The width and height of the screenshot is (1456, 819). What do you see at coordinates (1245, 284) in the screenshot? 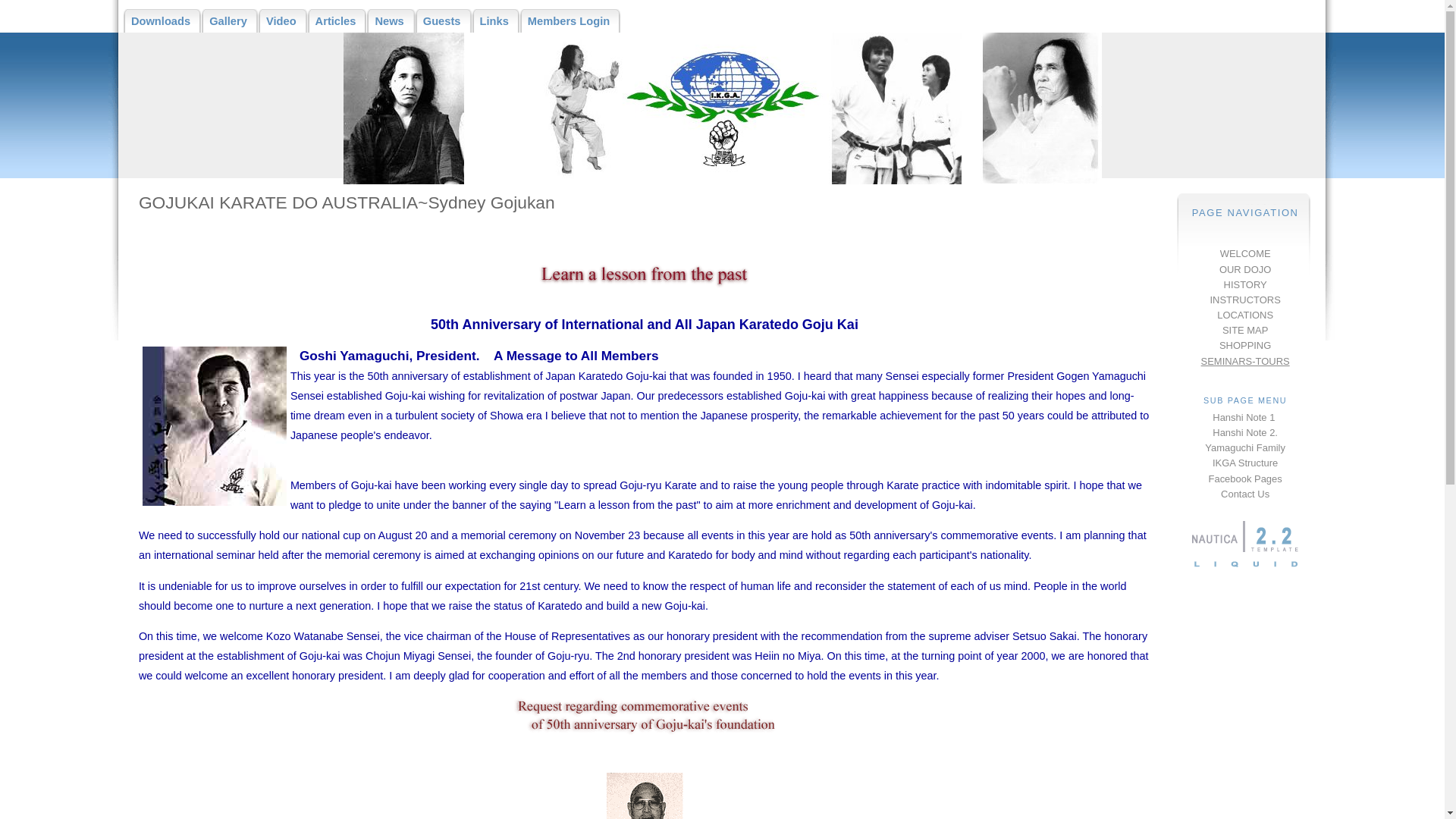
I see `'HISTORY'` at bounding box center [1245, 284].